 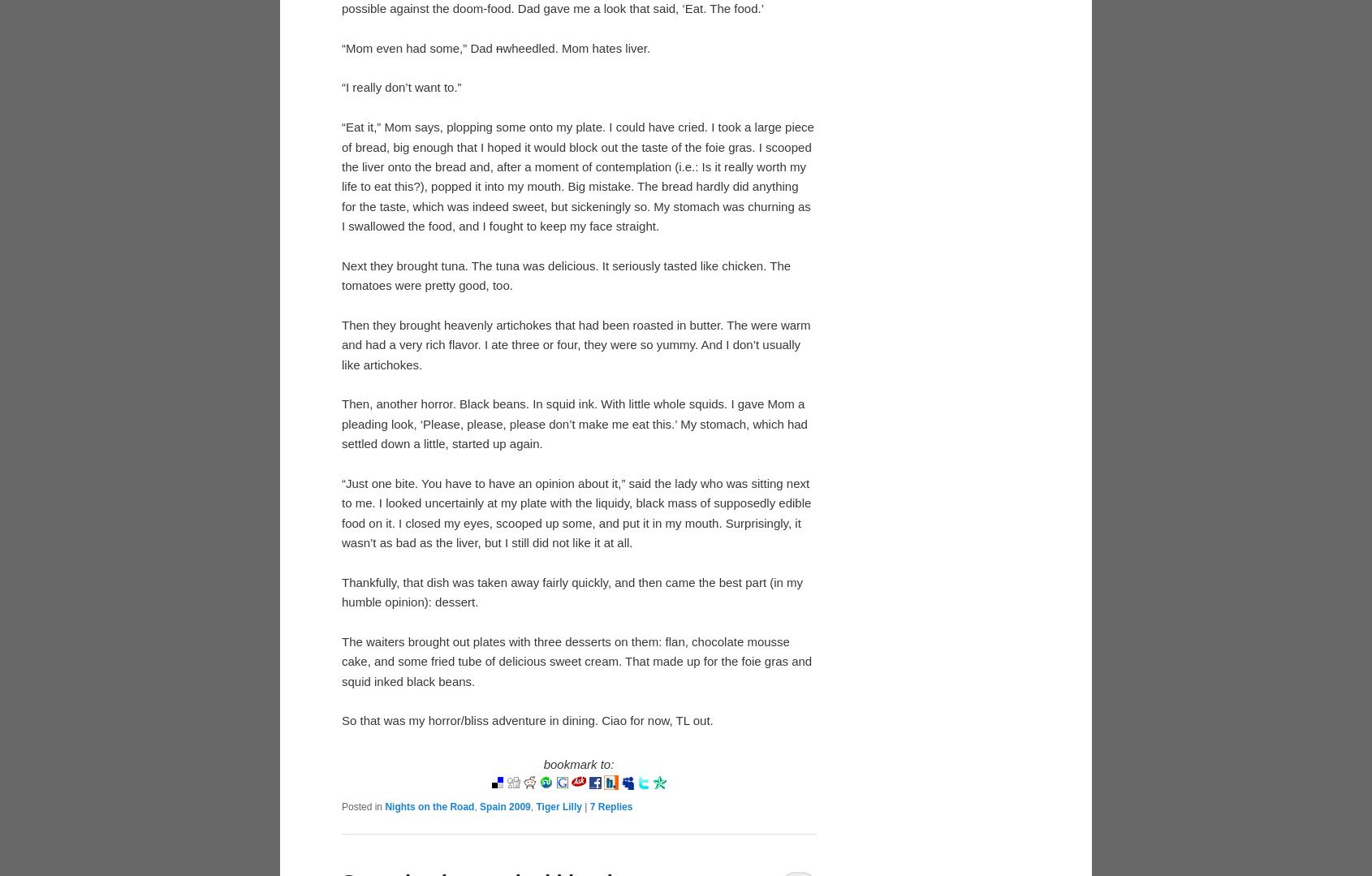 I want to click on '|', so click(x=585, y=805).